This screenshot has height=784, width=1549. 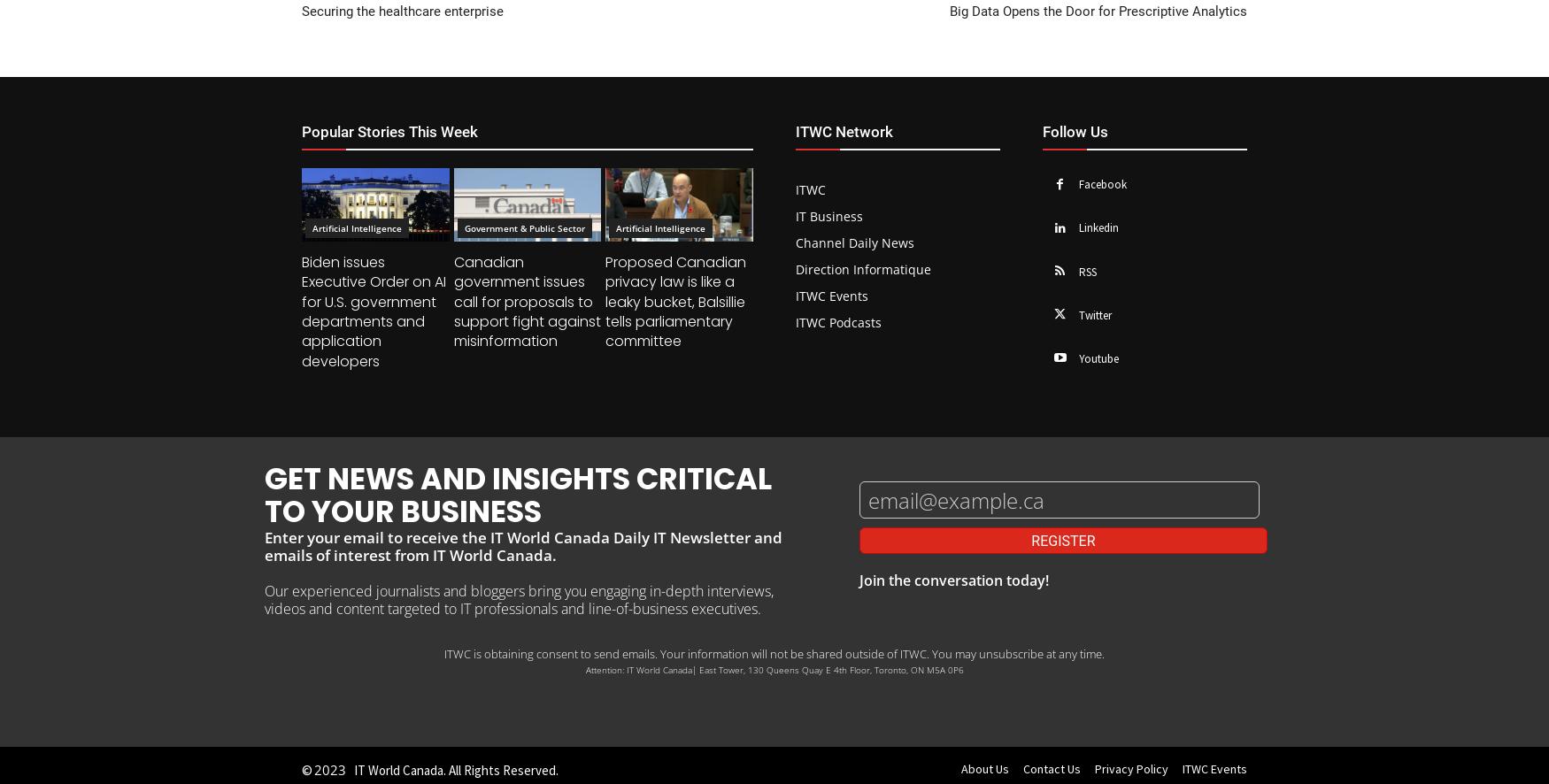 I want to click on 'Direction Informatique', so click(x=863, y=268).